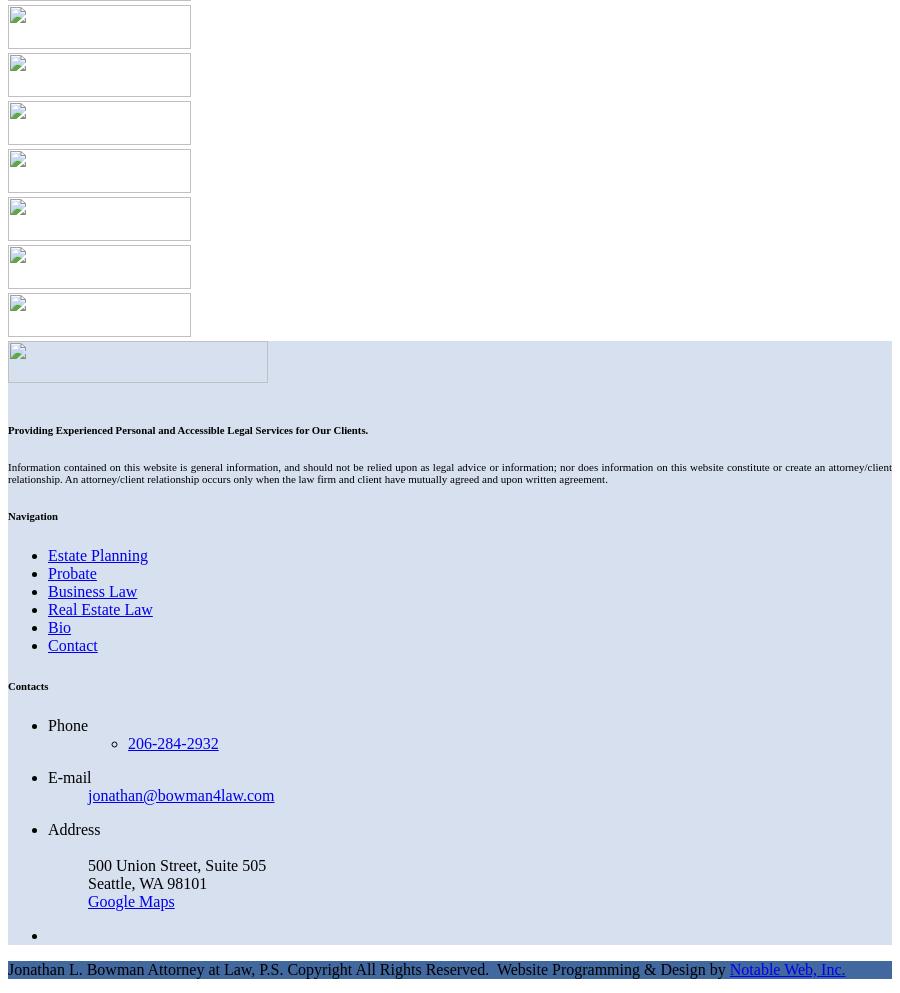 The height and width of the screenshot is (993, 900). What do you see at coordinates (612, 968) in the screenshot?
I see `'Website Programming & Design by'` at bounding box center [612, 968].